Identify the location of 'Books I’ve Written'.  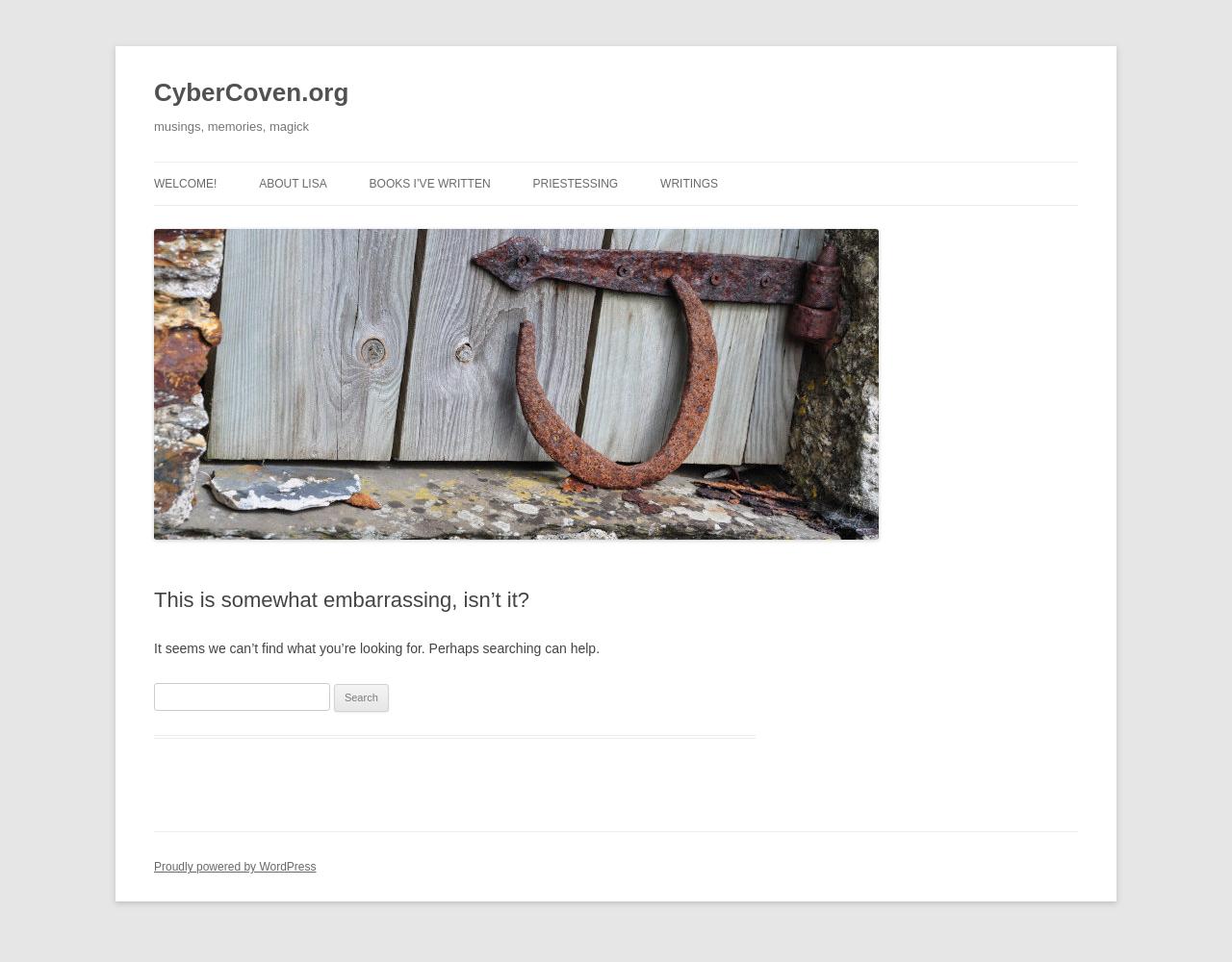
(427, 183).